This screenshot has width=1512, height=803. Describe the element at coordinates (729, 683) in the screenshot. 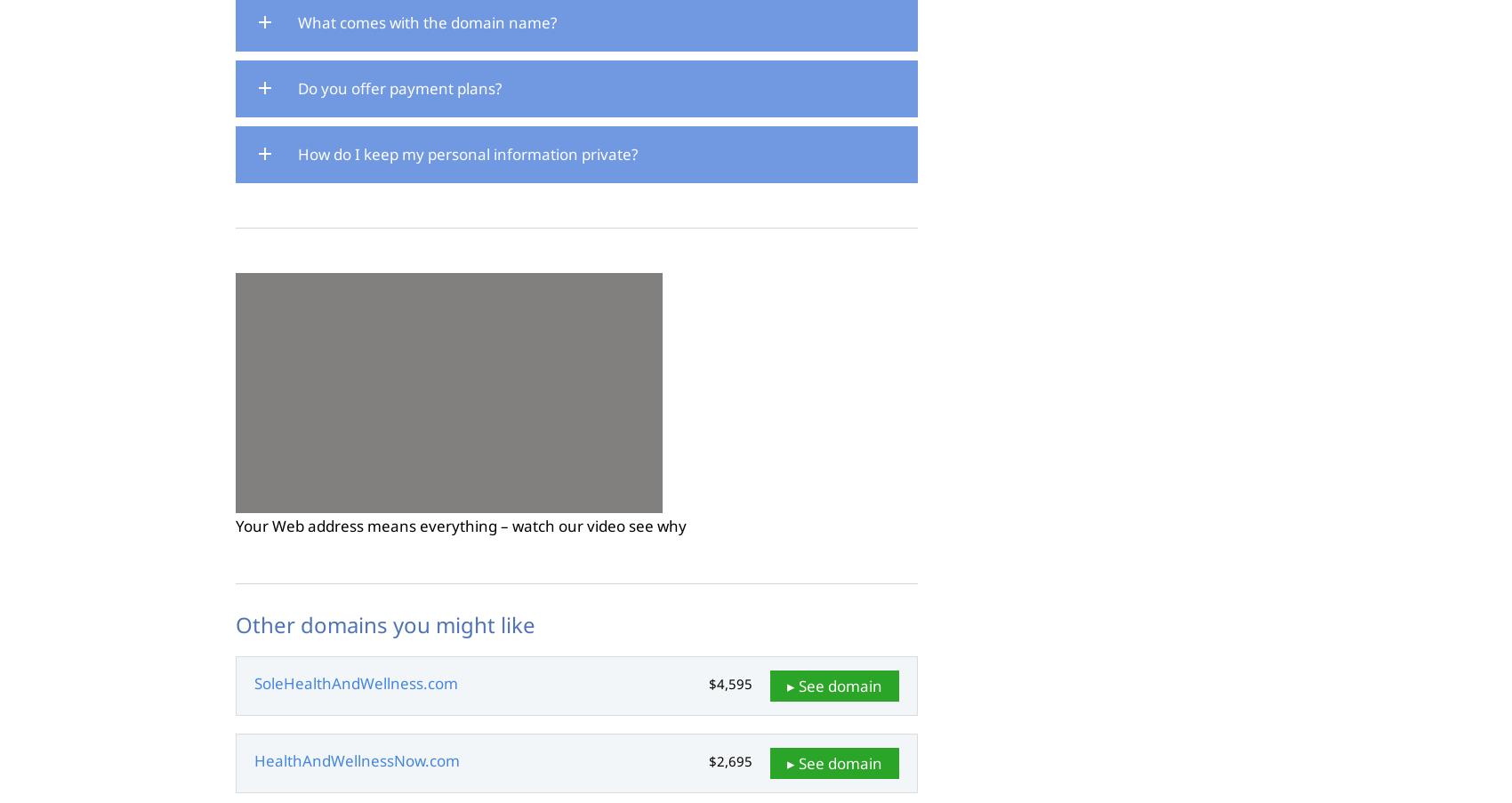

I see `'$4,595'` at that location.